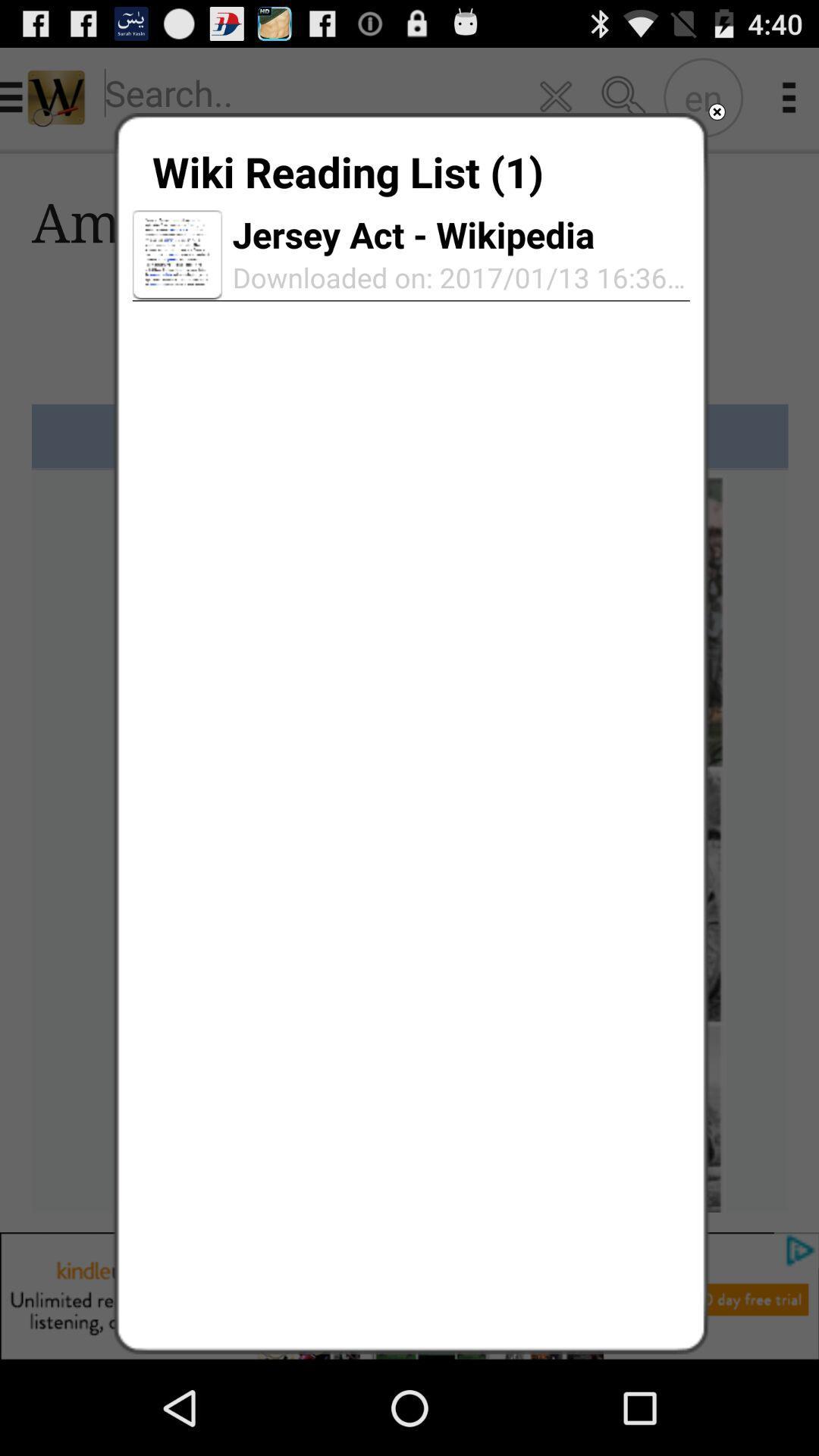  I want to click on icon to the left of the downloaded on 2017 icon, so click(177, 255).